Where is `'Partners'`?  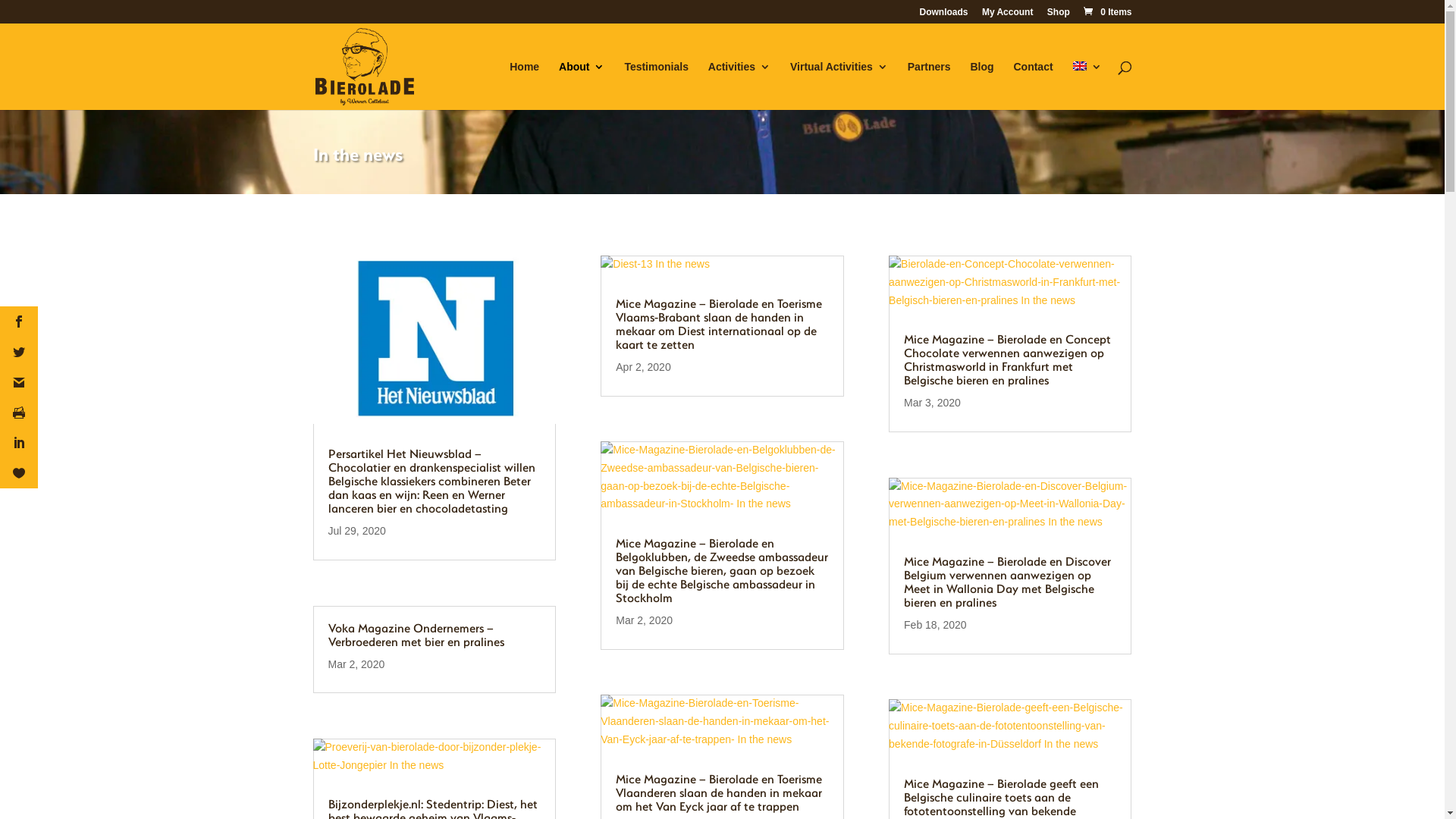 'Partners' is located at coordinates (907, 85).